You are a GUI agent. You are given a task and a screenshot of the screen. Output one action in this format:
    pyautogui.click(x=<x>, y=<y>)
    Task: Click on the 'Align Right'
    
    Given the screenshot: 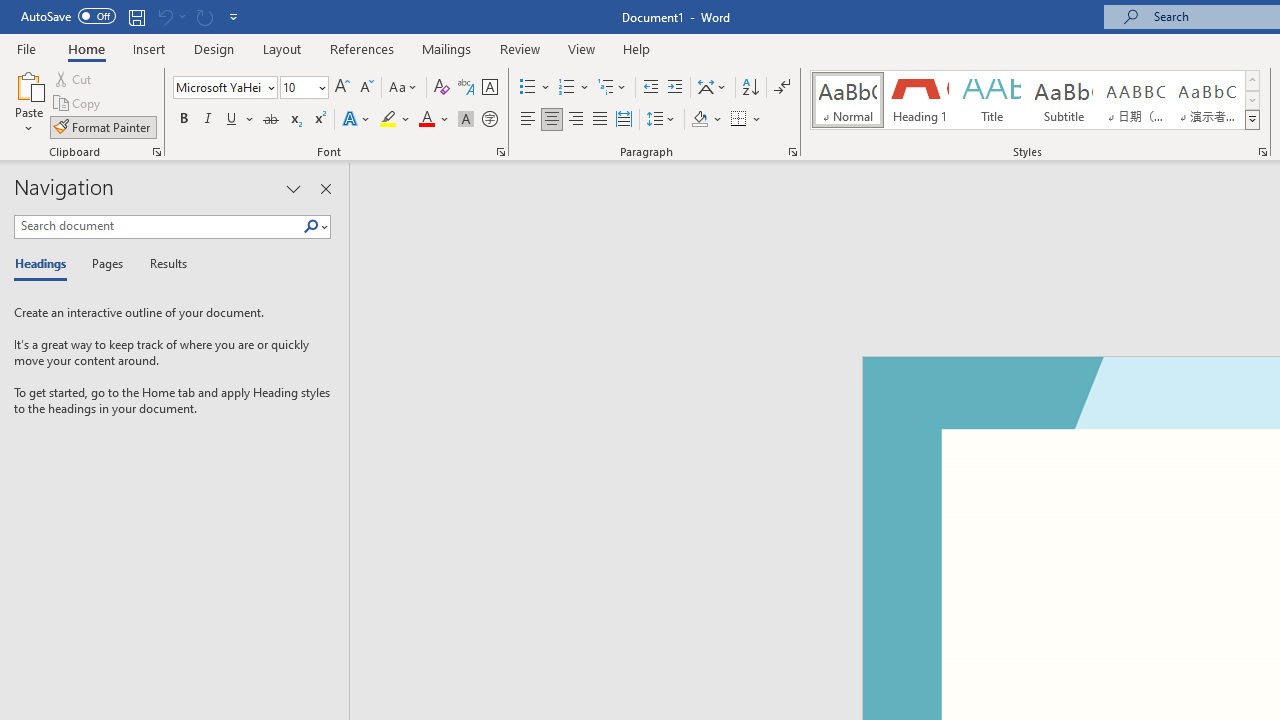 What is the action you would take?
    pyautogui.click(x=575, y=119)
    